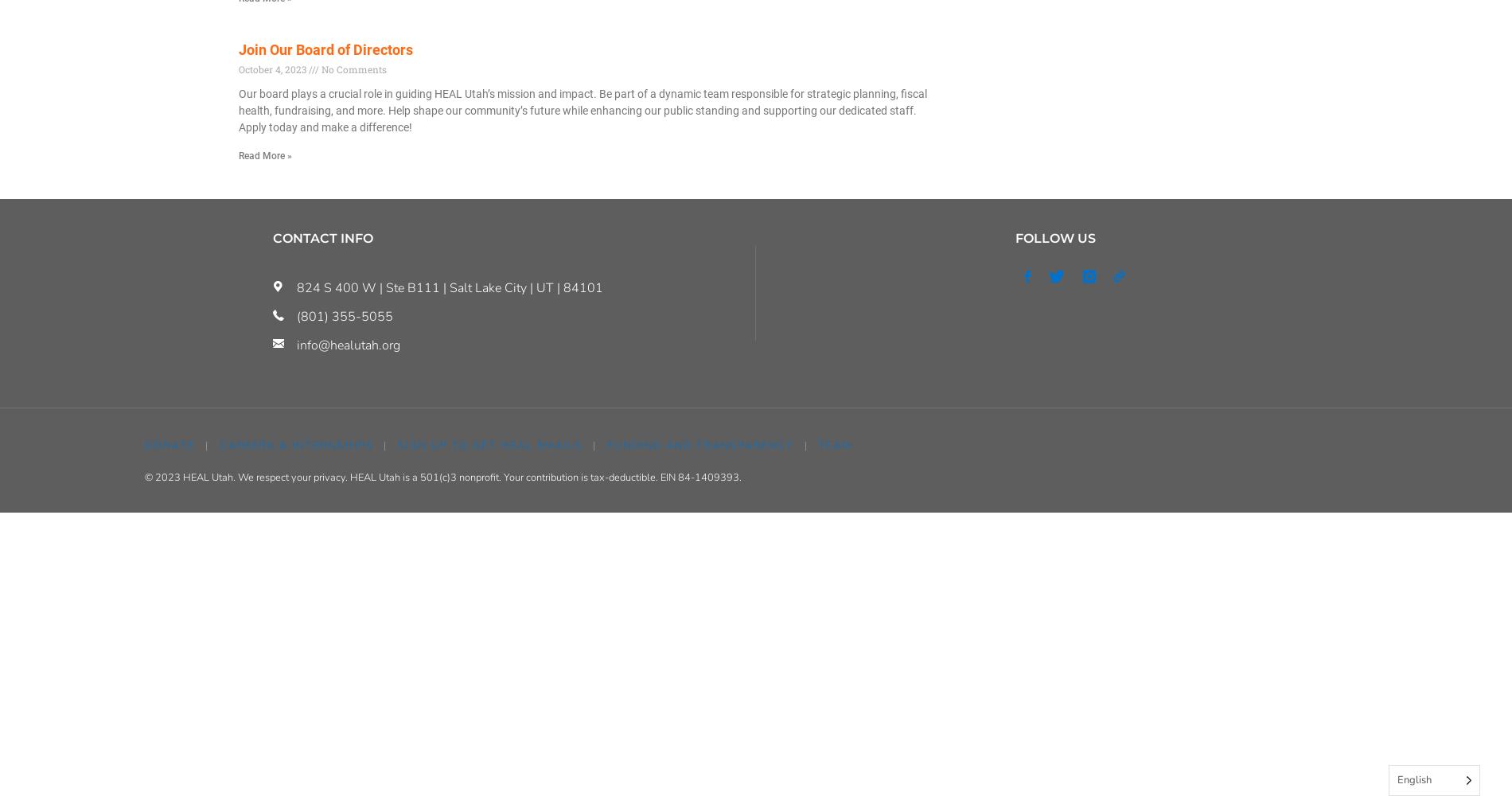  I want to click on 'No Comments', so click(352, 68).